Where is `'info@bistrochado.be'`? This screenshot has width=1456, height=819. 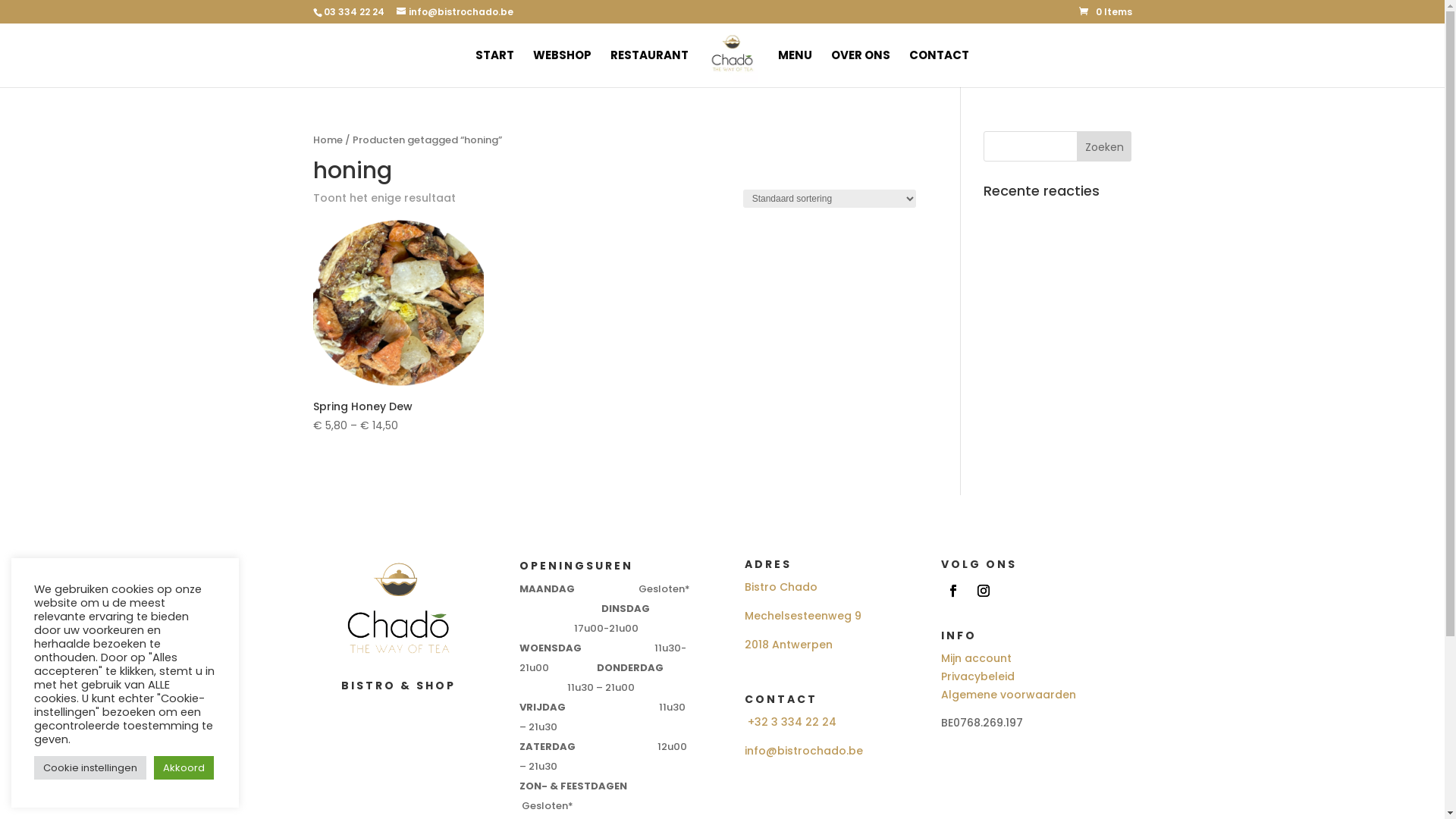 'info@bistrochado.be' is located at coordinates (803, 751).